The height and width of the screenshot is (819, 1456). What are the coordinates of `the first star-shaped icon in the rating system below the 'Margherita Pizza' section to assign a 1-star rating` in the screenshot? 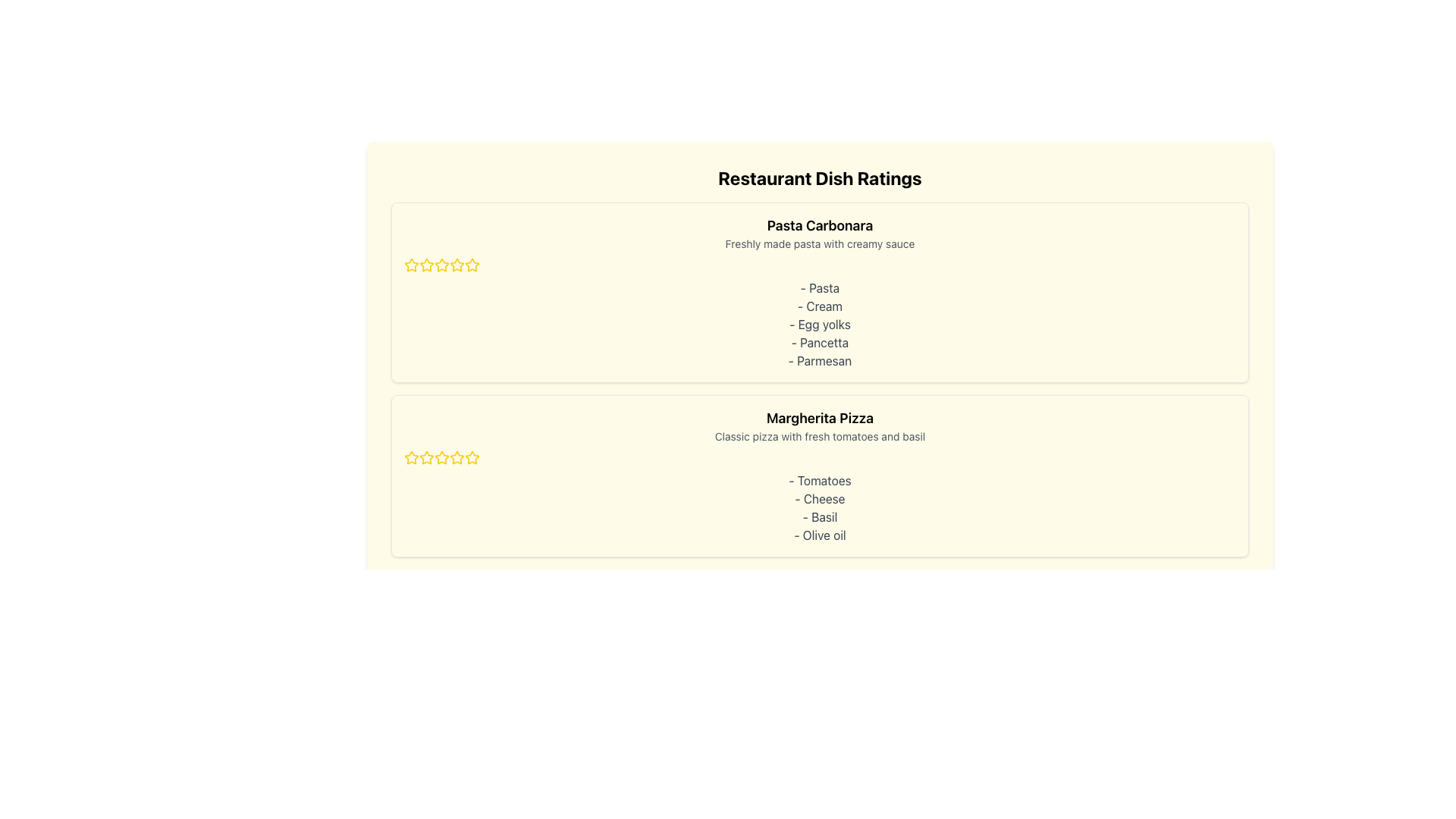 It's located at (411, 457).